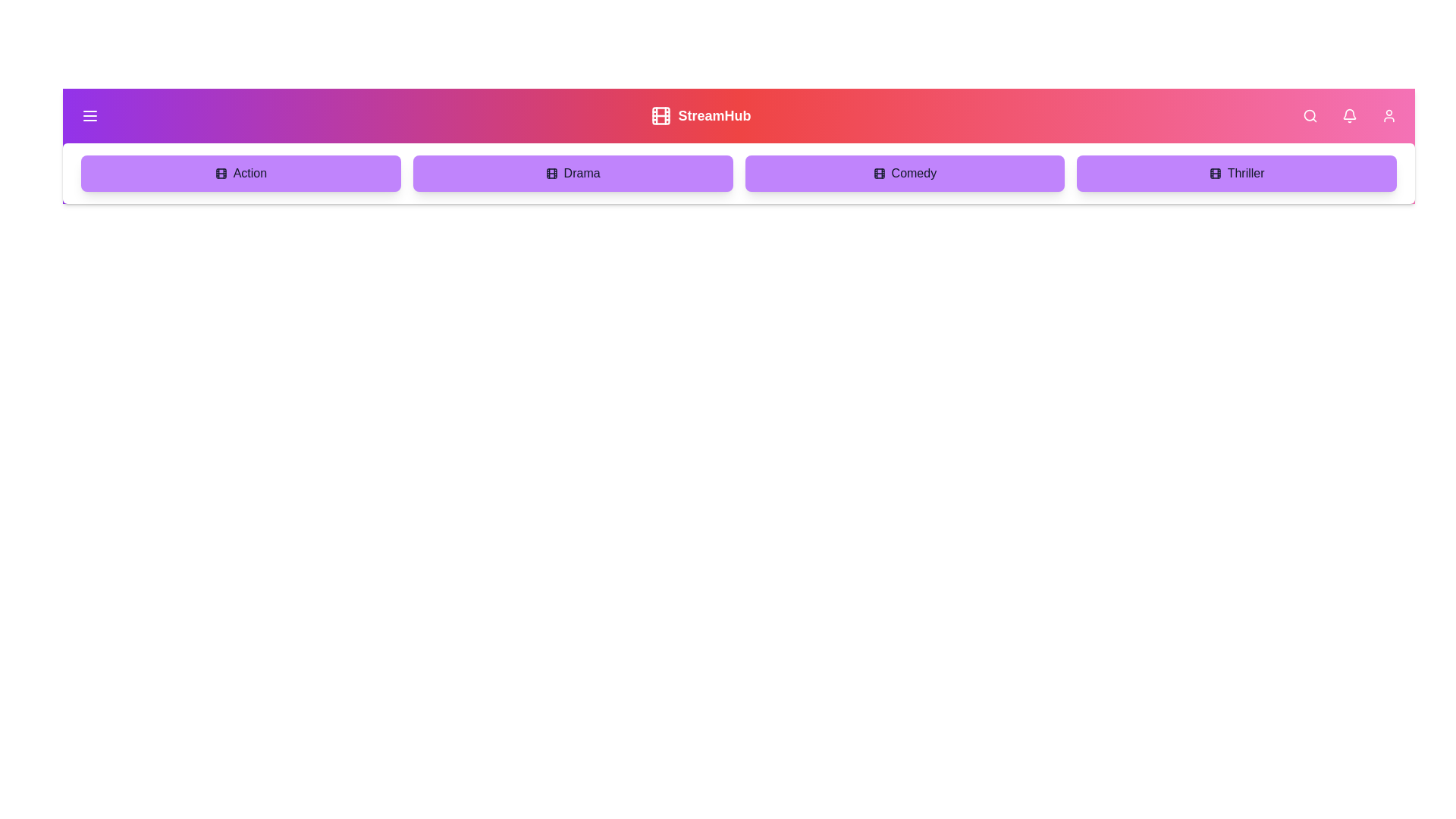 This screenshot has height=819, width=1456. What do you see at coordinates (1389, 115) in the screenshot?
I see `the user profile icon button` at bounding box center [1389, 115].